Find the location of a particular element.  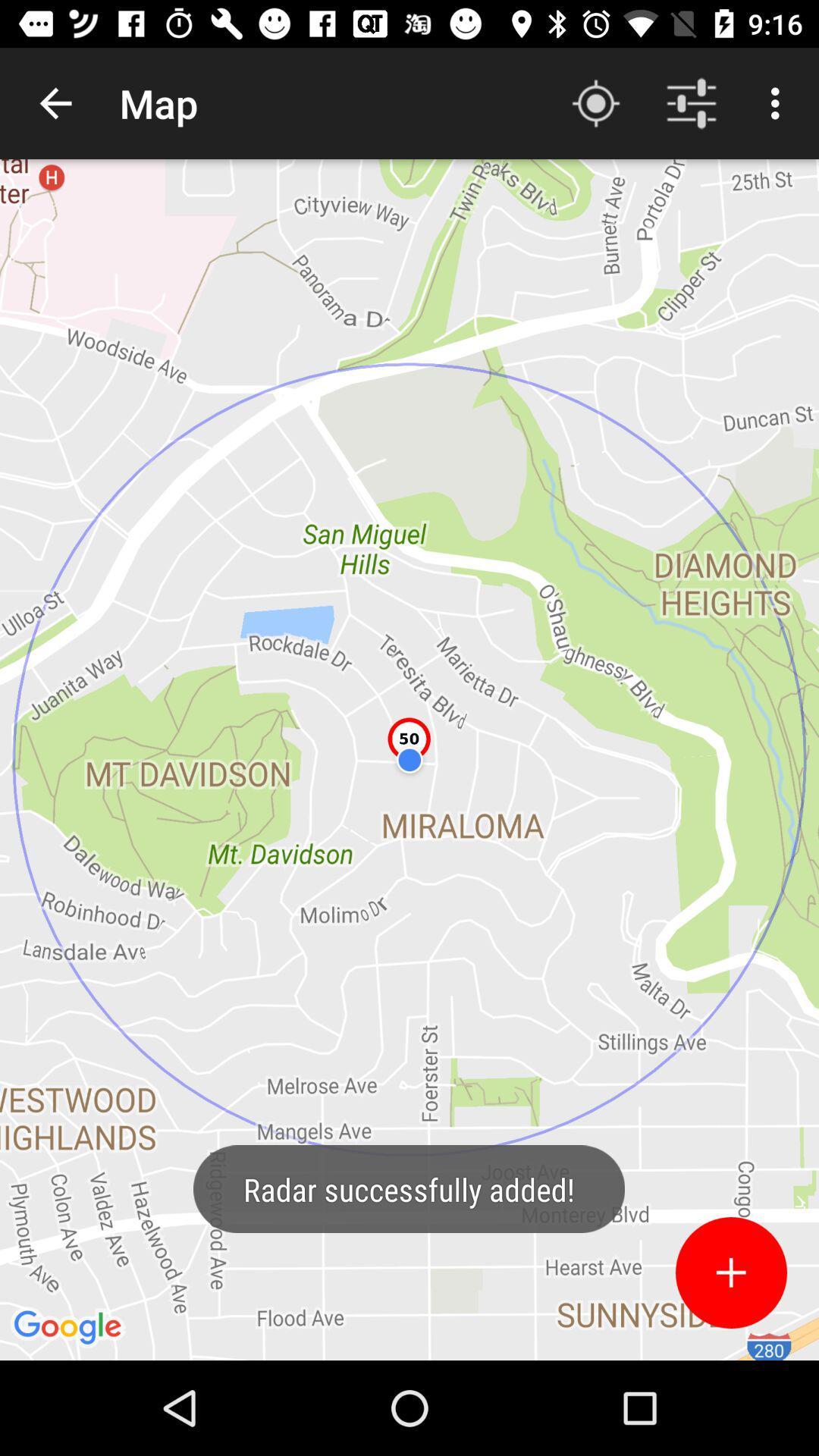

the app to the right of map is located at coordinates (595, 102).